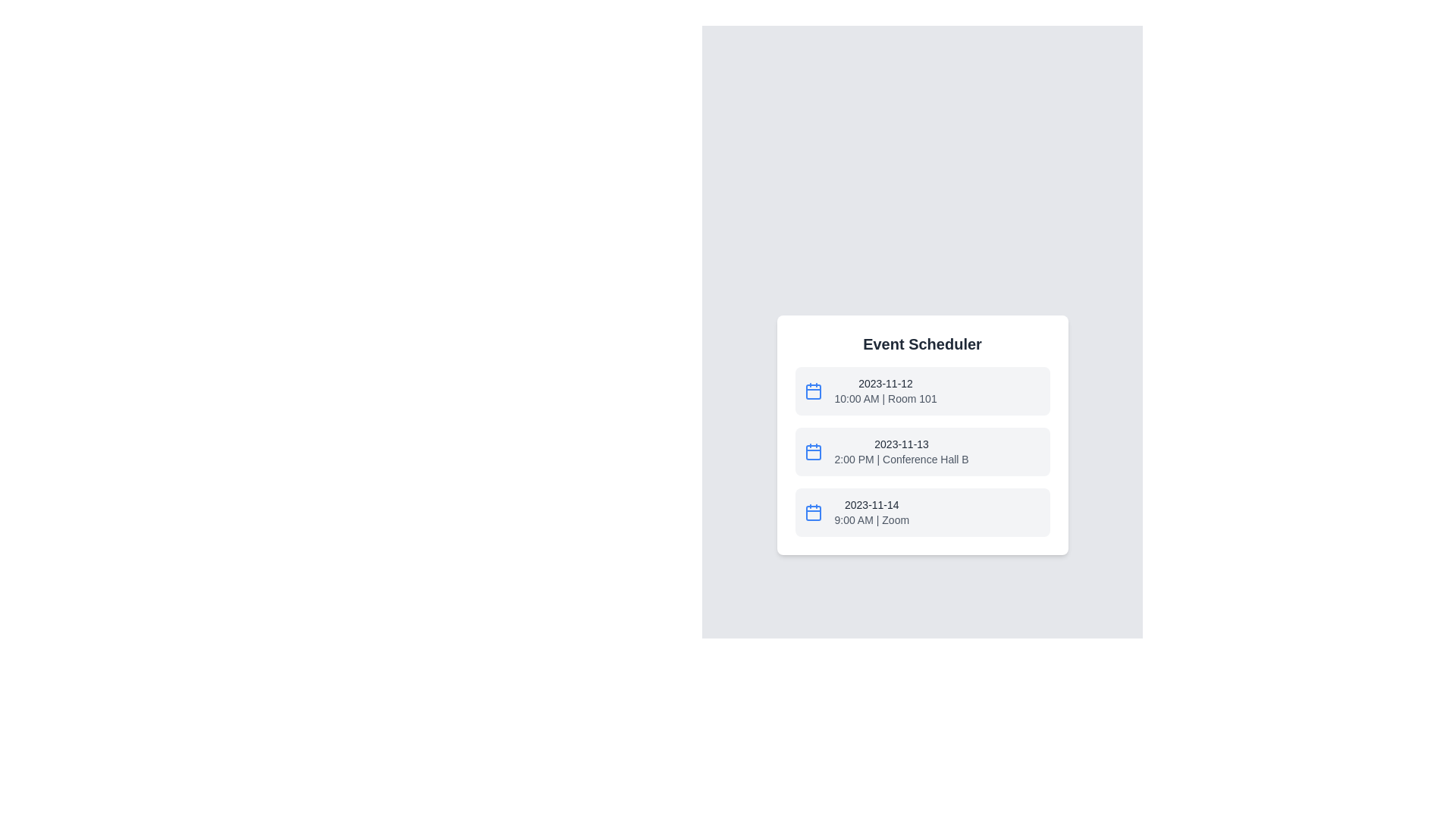 The height and width of the screenshot is (819, 1456). Describe the element at coordinates (886, 382) in the screenshot. I see `text content of the date label indicating the event scheduled for '2023-11-12' located in the 'Event Scheduler' section, positioned to the right of the calendar icon` at that location.